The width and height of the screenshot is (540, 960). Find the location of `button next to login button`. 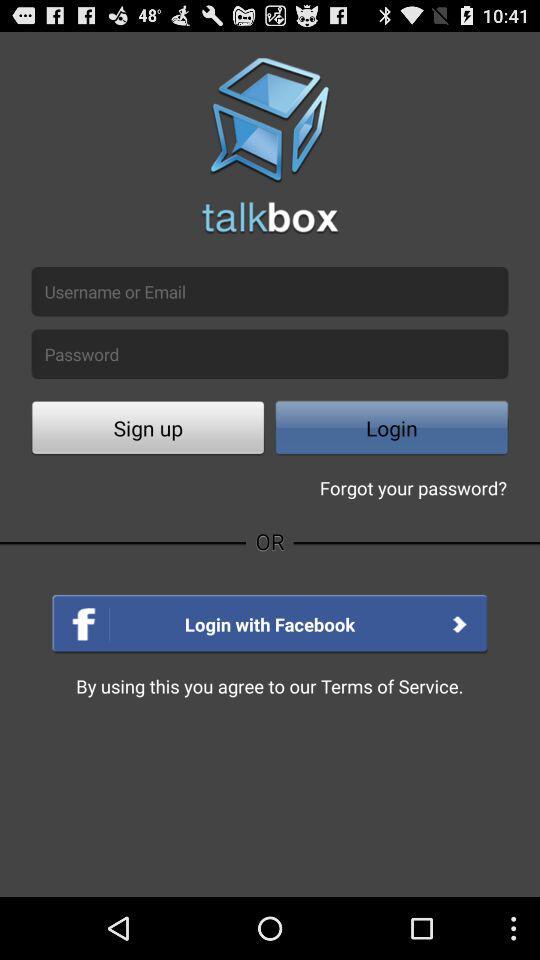

button next to login button is located at coordinates (147, 430).